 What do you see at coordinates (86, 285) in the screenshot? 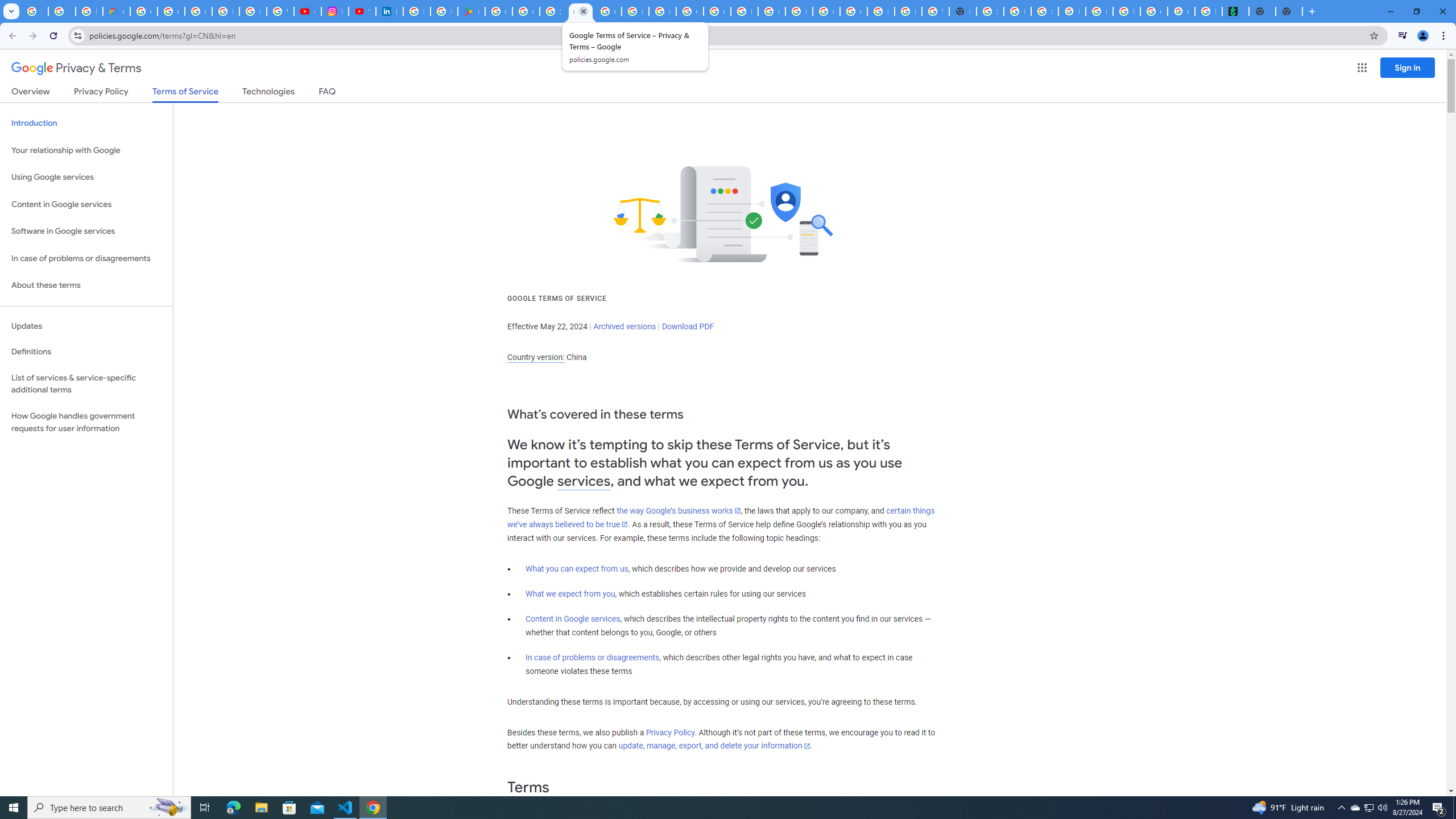
I see `'About these terms'` at bounding box center [86, 285].